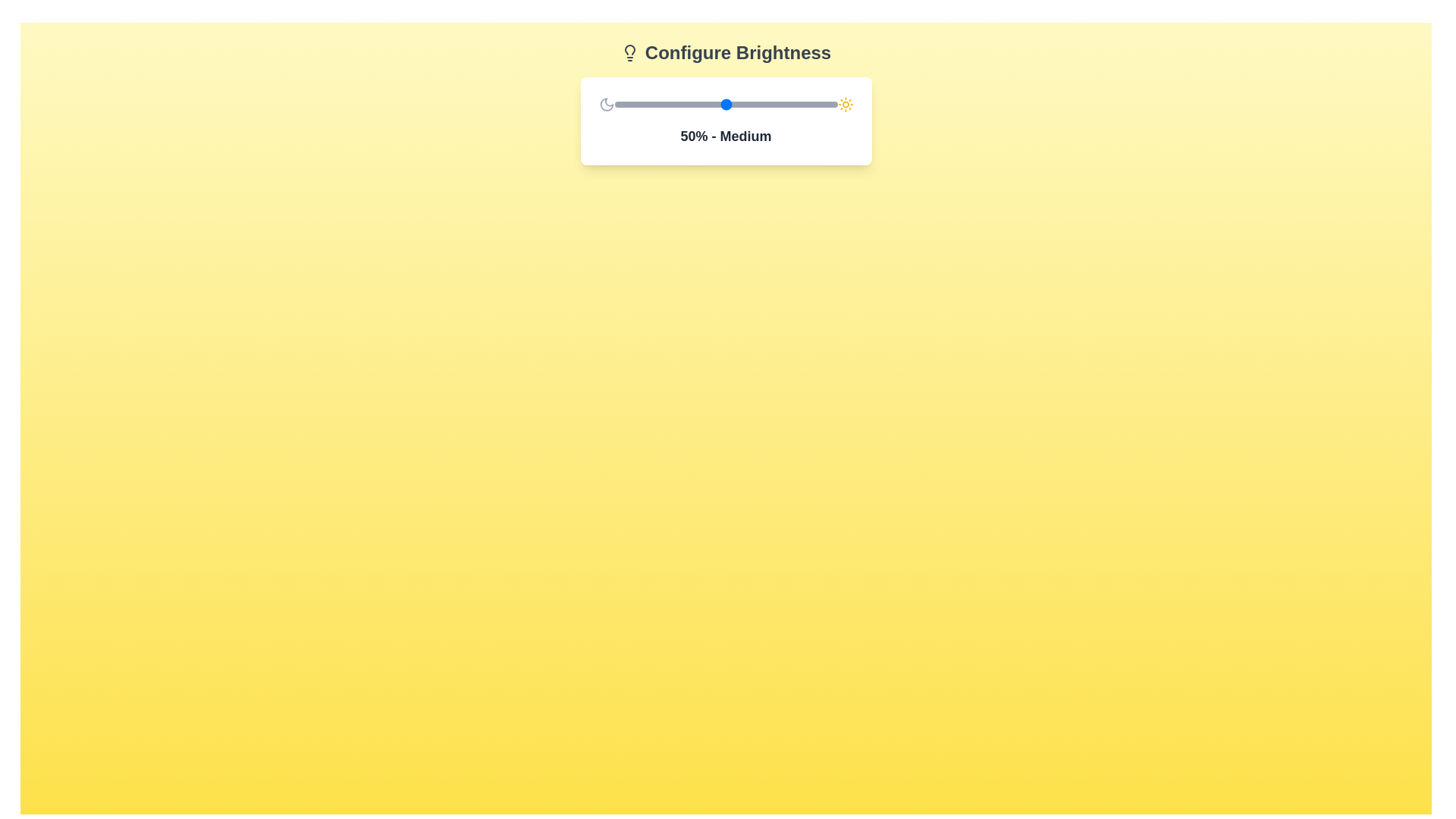  Describe the element at coordinates (679, 127) in the screenshot. I see `the brightness percentage text by clicking and dragging over it` at that location.